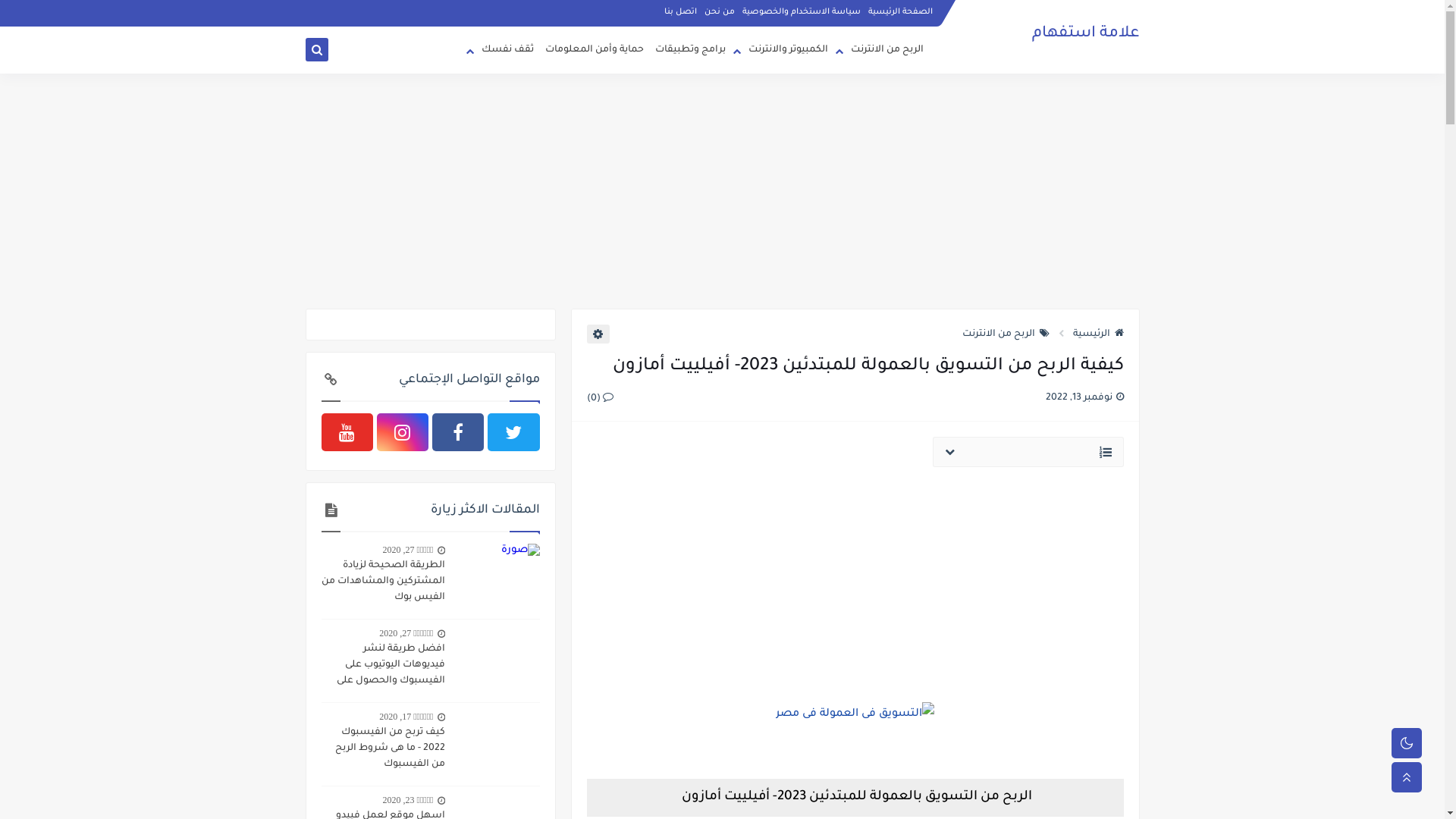  What do you see at coordinates (513, 432) in the screenshot?
I see `'twitter'` at bounding box center [513, 432].